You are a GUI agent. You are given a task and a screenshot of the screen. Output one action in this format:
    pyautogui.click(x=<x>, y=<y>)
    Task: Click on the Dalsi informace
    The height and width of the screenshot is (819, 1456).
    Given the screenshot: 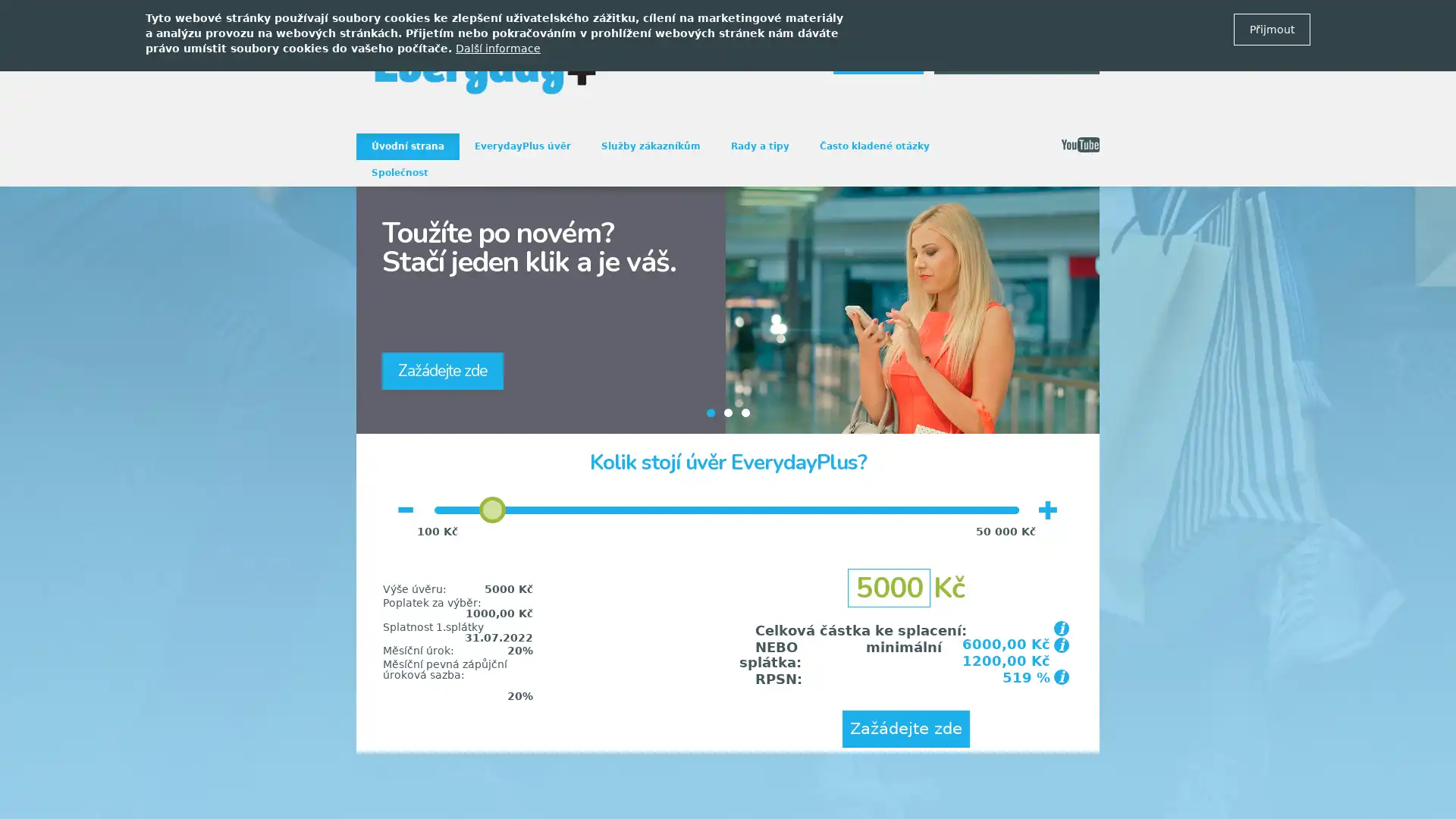 What is the action you would take?
    pyautogui.click(x=498, y=48)
    